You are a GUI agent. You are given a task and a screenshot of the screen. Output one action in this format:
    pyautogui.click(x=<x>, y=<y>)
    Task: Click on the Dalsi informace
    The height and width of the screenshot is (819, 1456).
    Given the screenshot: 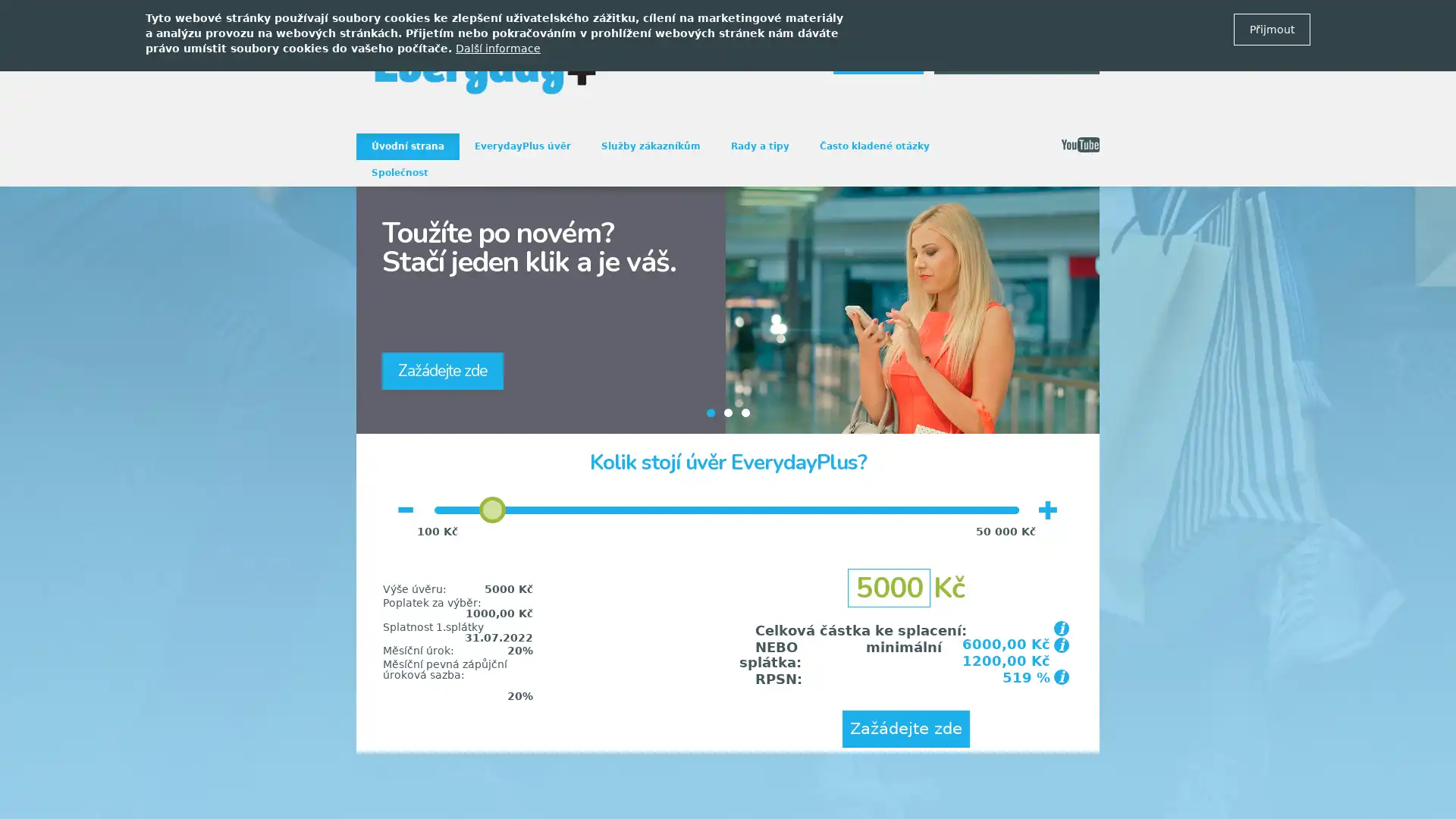 What is the action you would take?
    pyautogui.click(x=498, y=48)
    